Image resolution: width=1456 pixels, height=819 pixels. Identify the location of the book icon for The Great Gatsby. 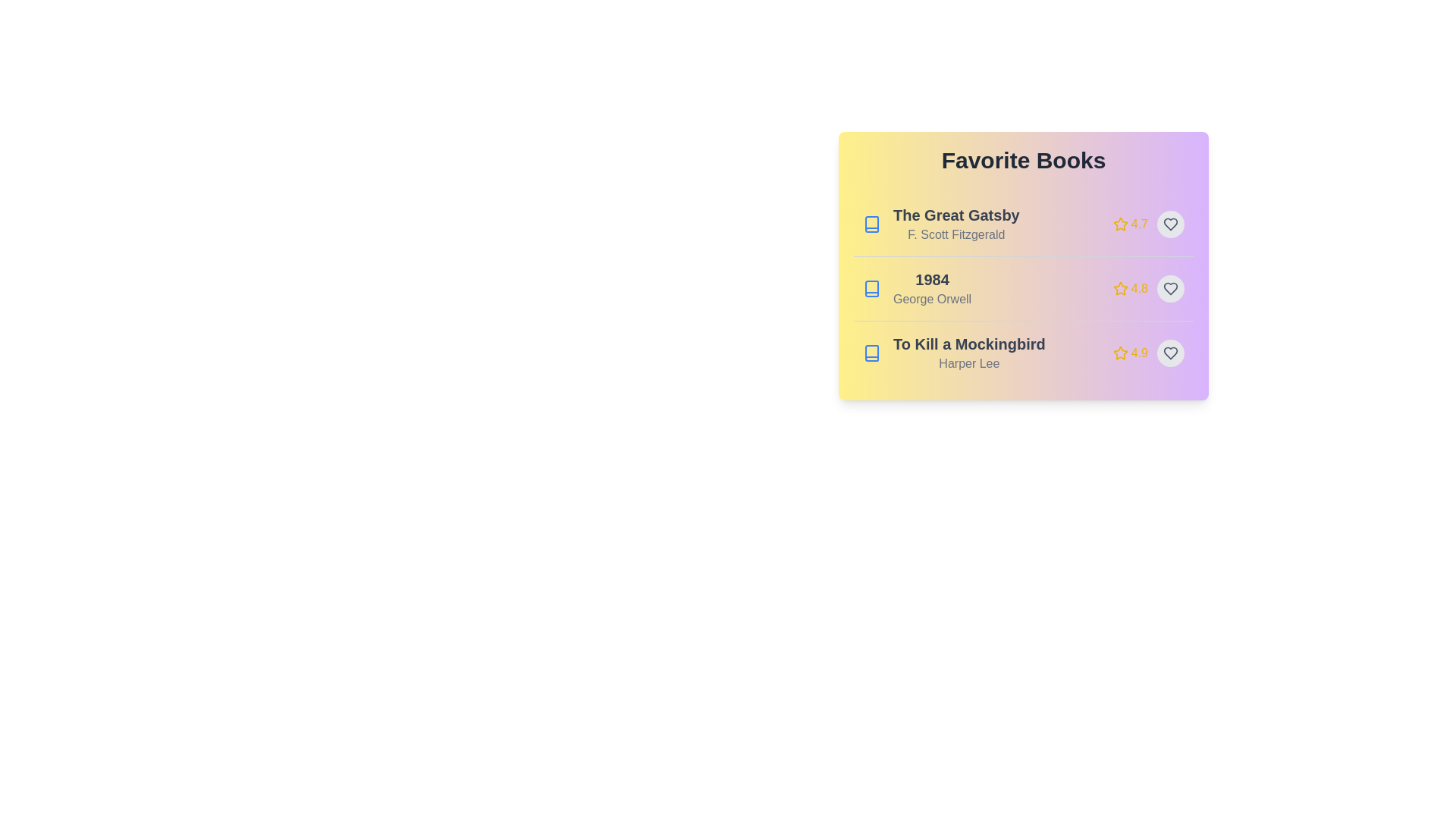
(872, 224).